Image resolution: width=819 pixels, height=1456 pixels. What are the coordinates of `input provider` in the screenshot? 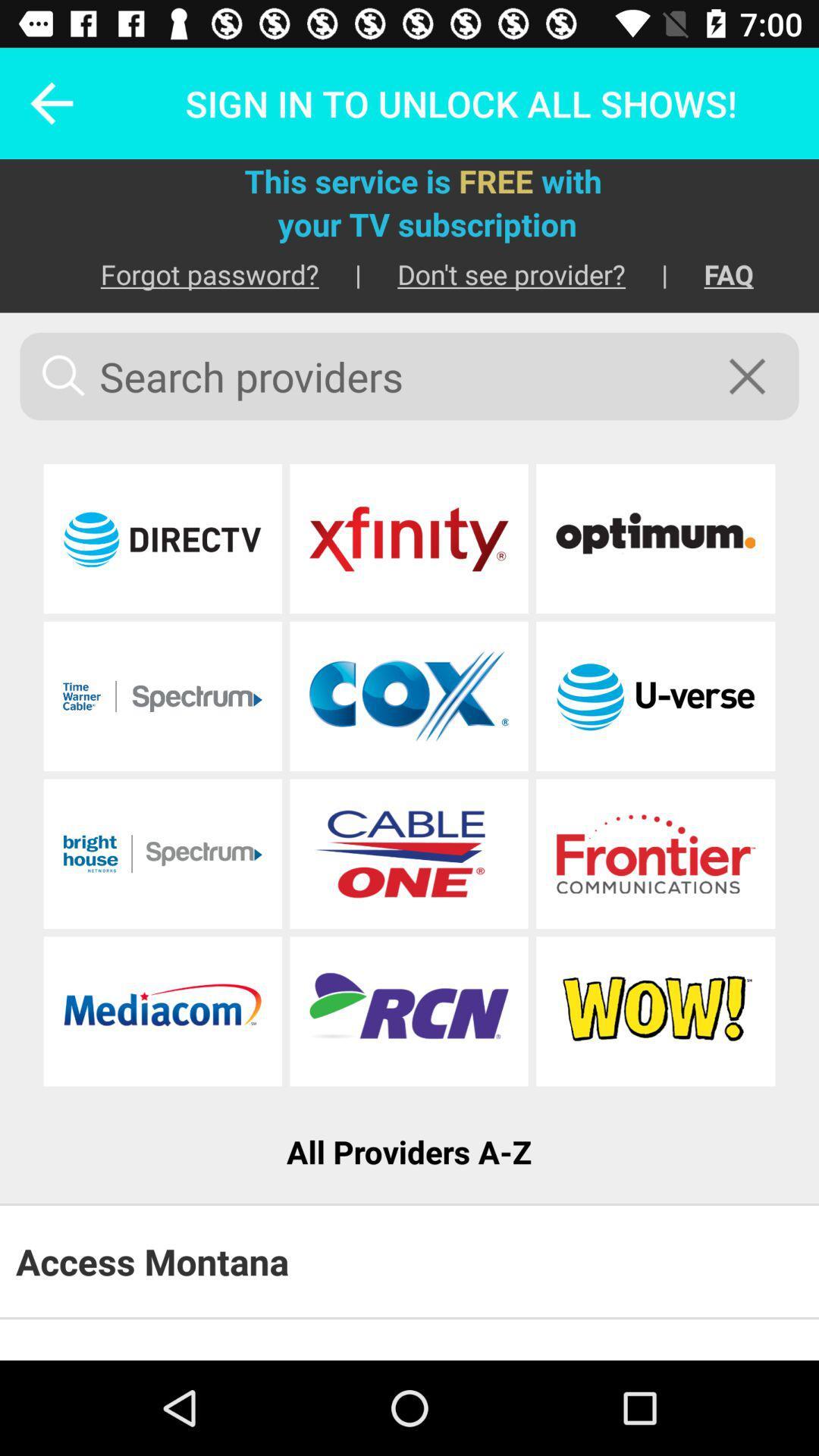 It's located at (162, 695).